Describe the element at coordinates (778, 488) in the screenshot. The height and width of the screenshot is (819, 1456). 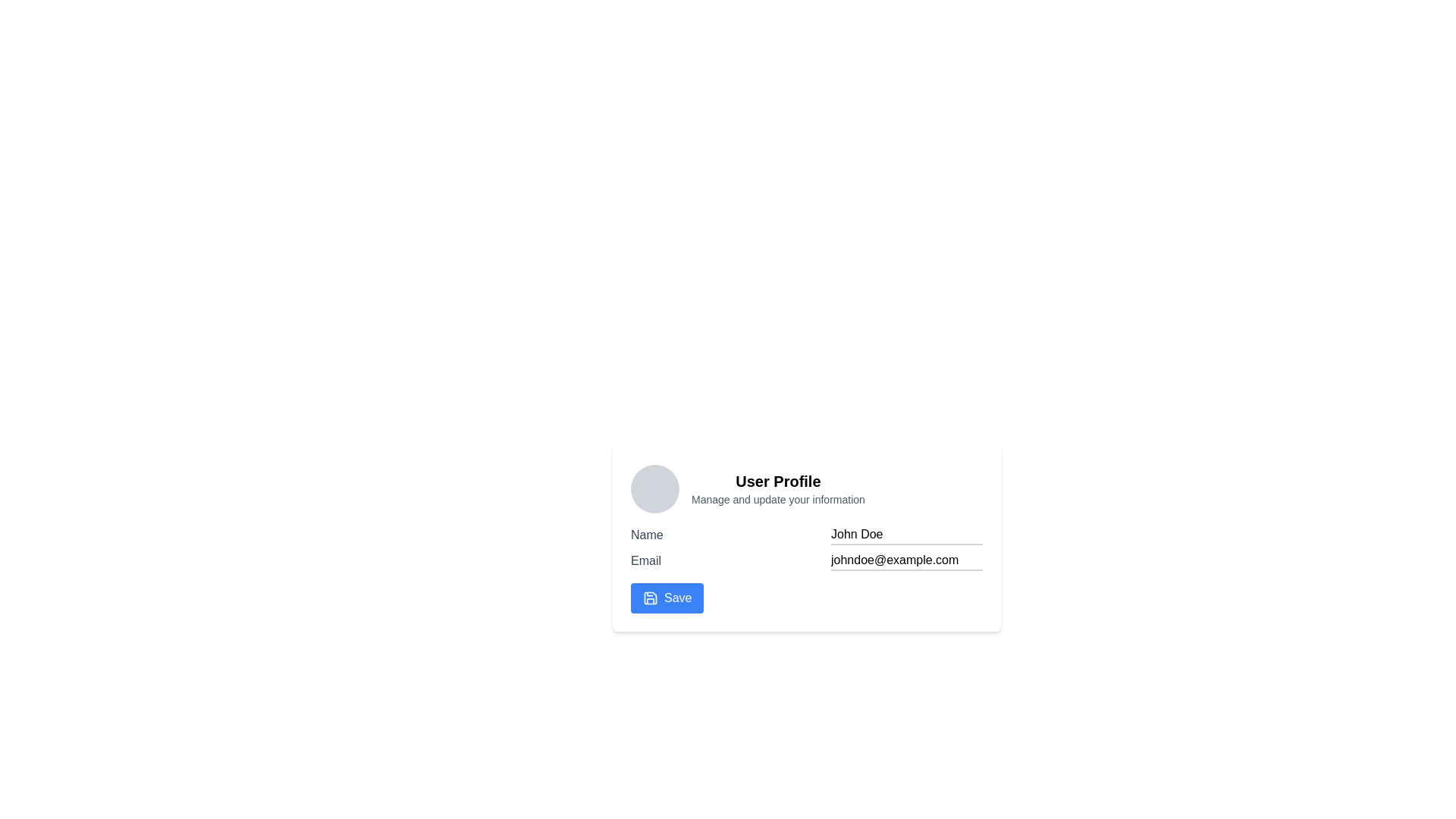
I see `the Header with subtitle that contains the bold title 'User Profile' and the subtitle 'Manage and update your information'` at that location.